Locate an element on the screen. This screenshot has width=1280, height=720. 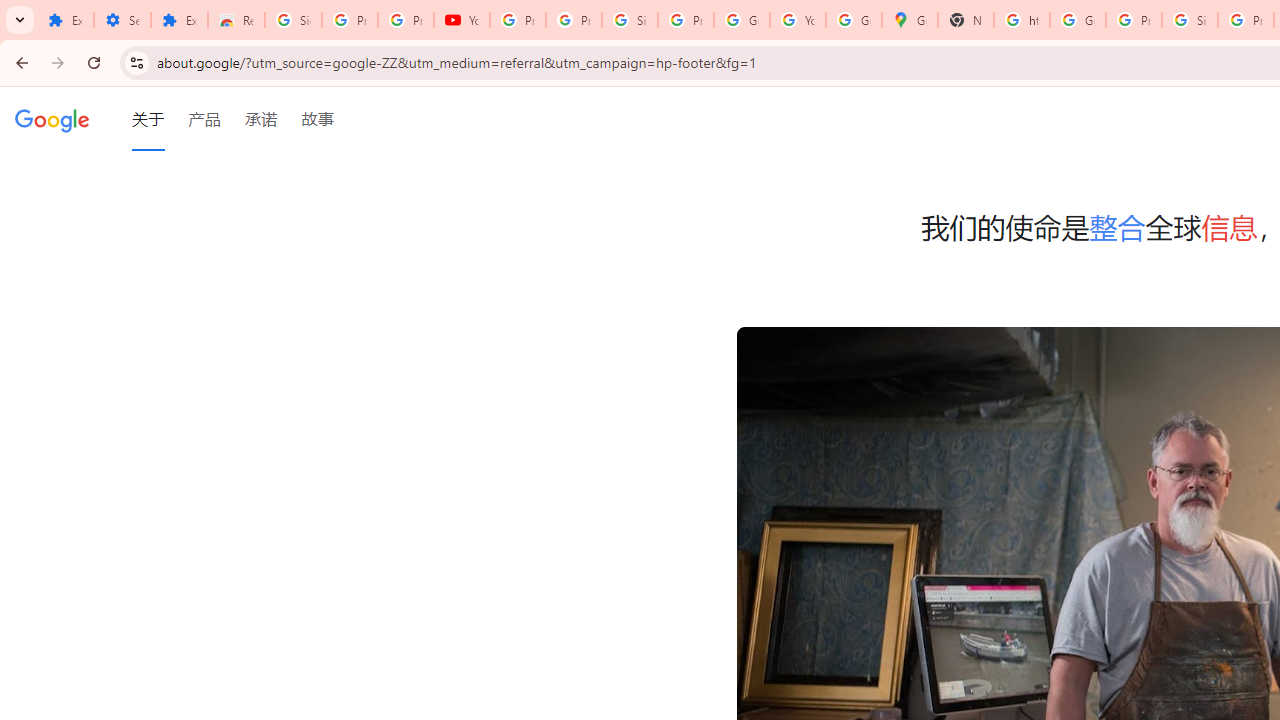
'Sign in - Google Accounts' is located at coordinates (1190, 20).